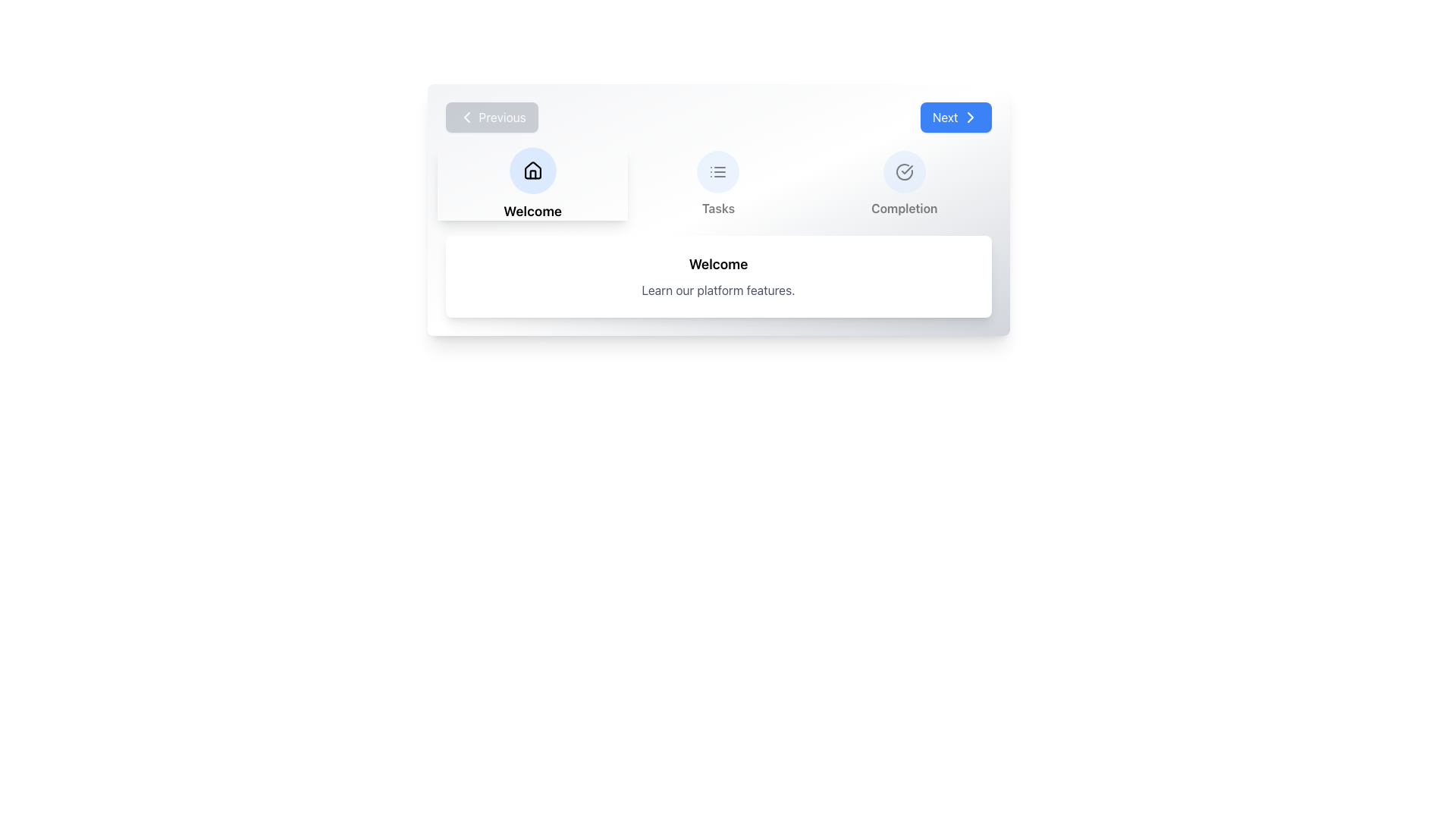 Image resolution: width=1456 pixels, height=819 pixels. I want to click on text label located beneath the circular icon in the third position, which provides a description for user navigation between the 'Welcome' and 'Completion' sections, so click(717, 208).